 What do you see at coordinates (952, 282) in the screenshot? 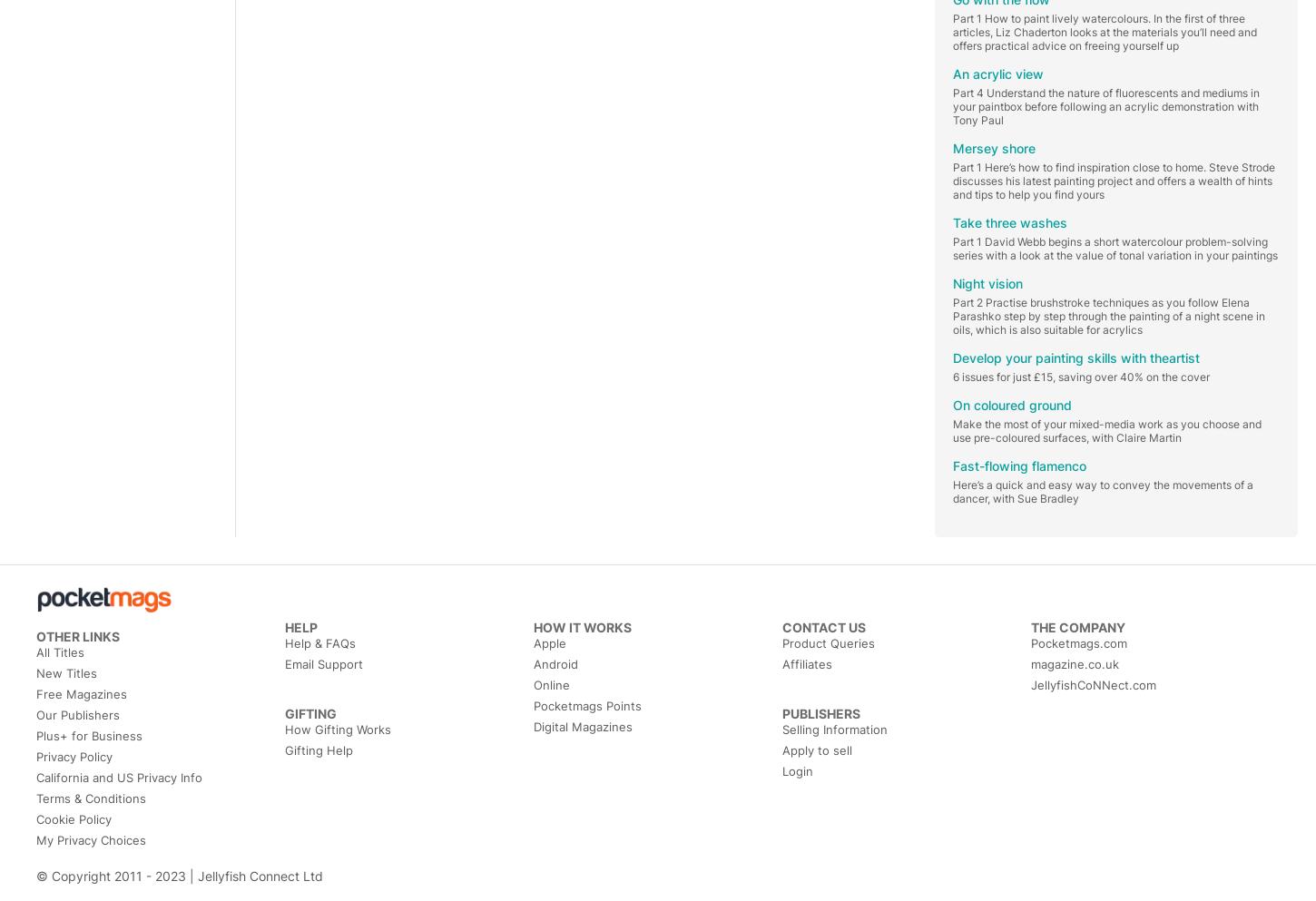
I see `'Night vision'` at bounding box center [952, 282].